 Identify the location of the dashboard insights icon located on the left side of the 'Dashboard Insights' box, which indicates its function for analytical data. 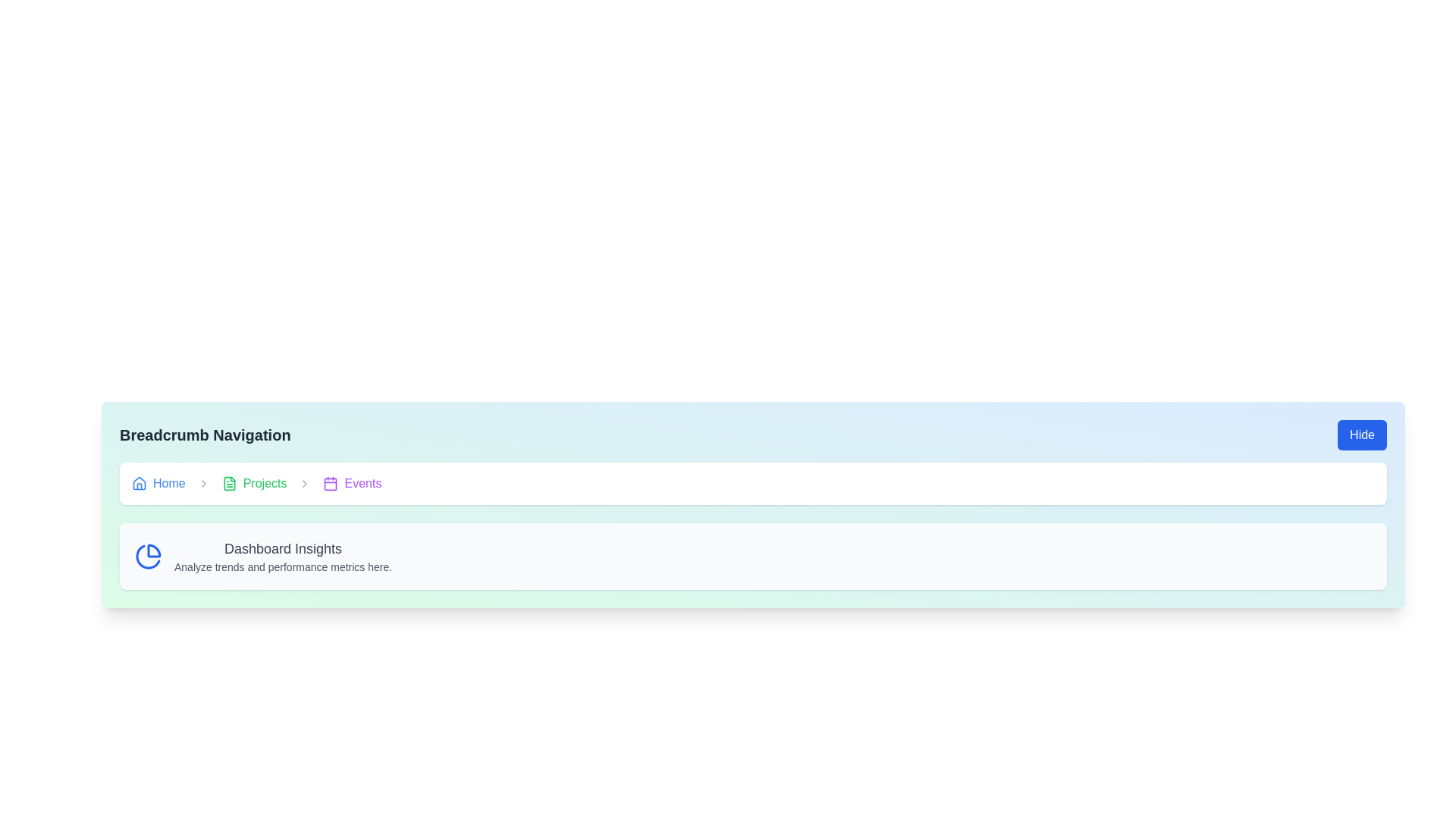
(149, 556).